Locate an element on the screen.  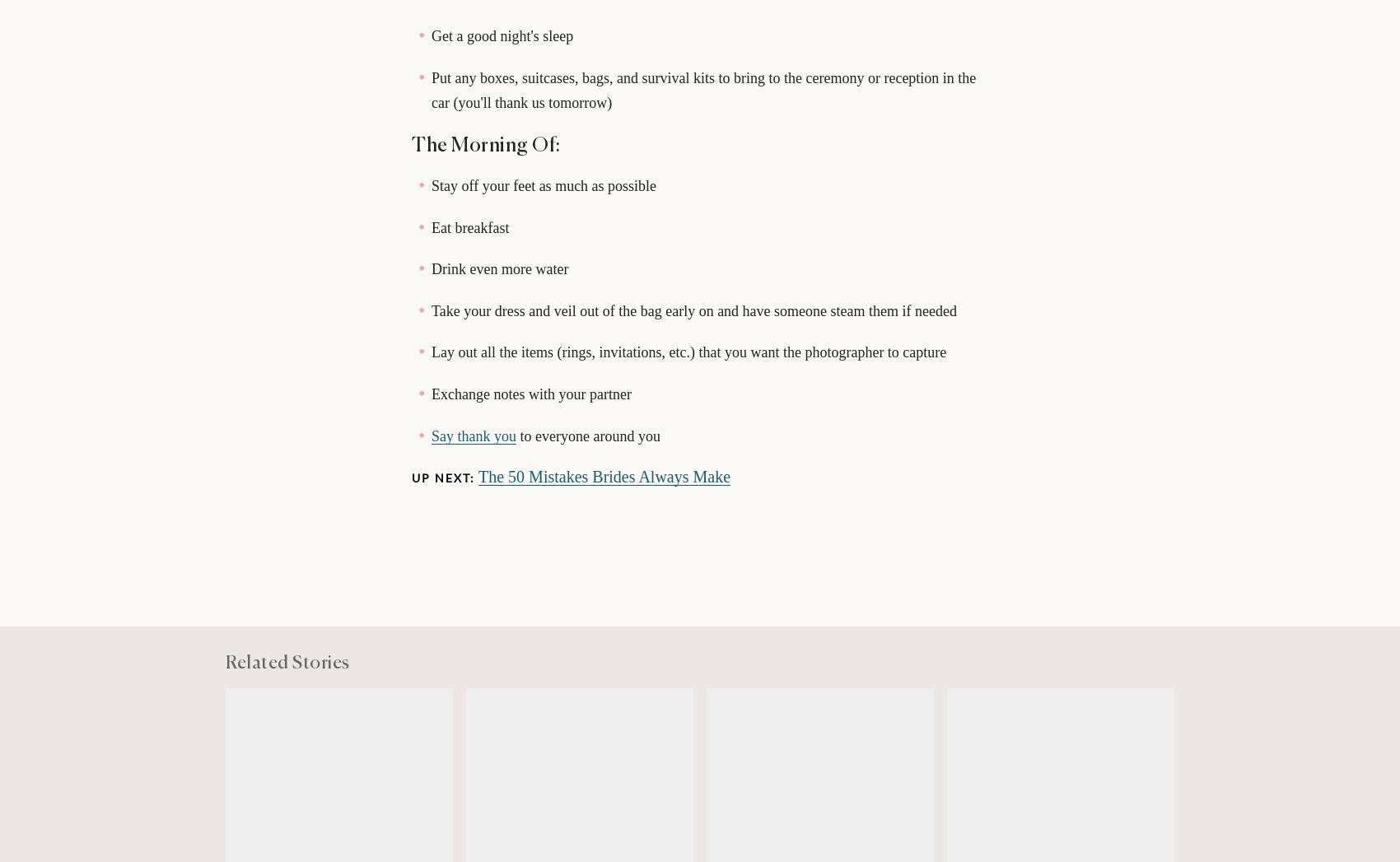
'Take your dress and veil out of the bag early on and have someone steam them if needed' is located at coordinates (693, 310).